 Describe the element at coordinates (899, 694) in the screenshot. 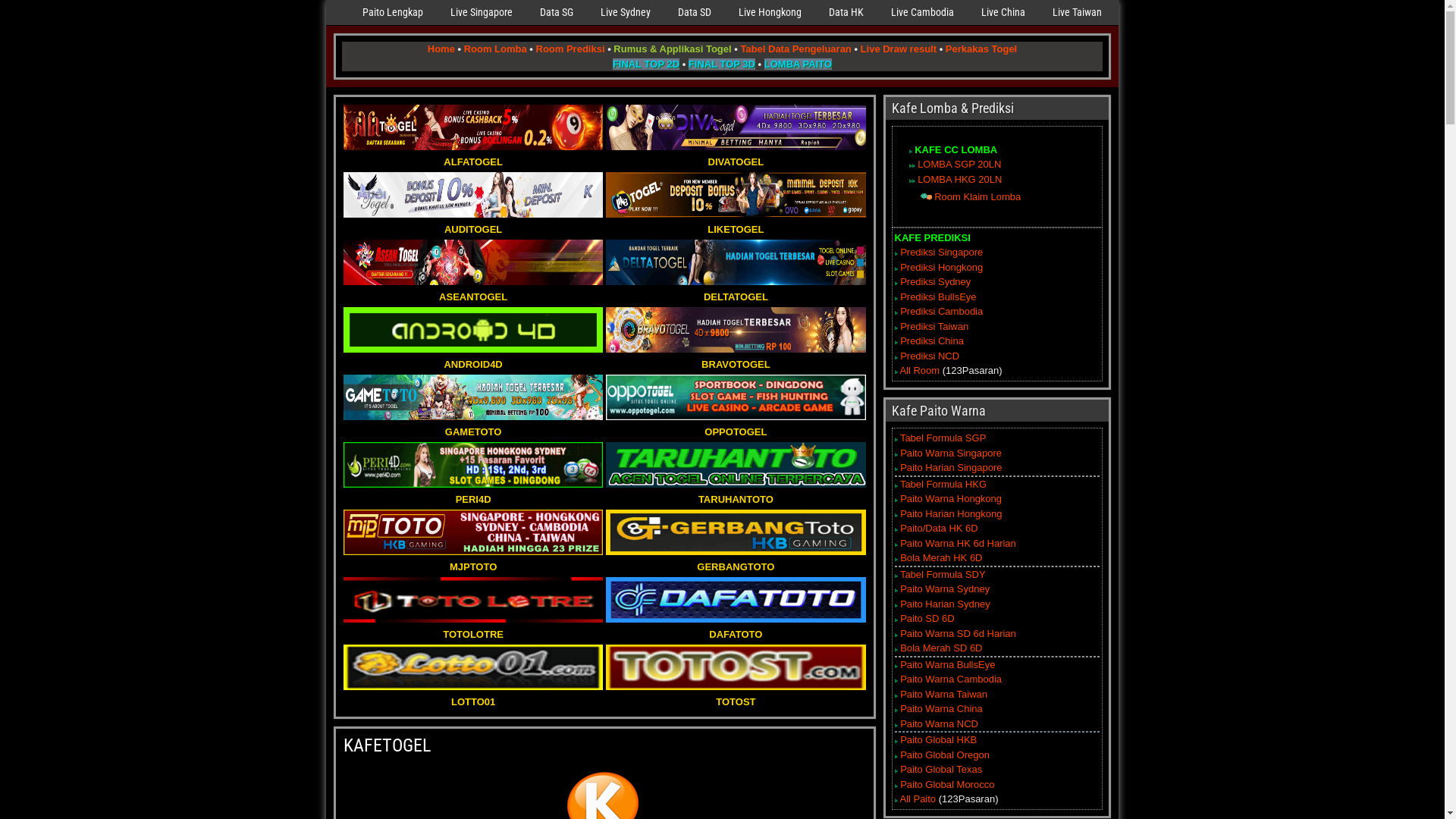

I see `'Paito Warna Taiwan'` at that location.